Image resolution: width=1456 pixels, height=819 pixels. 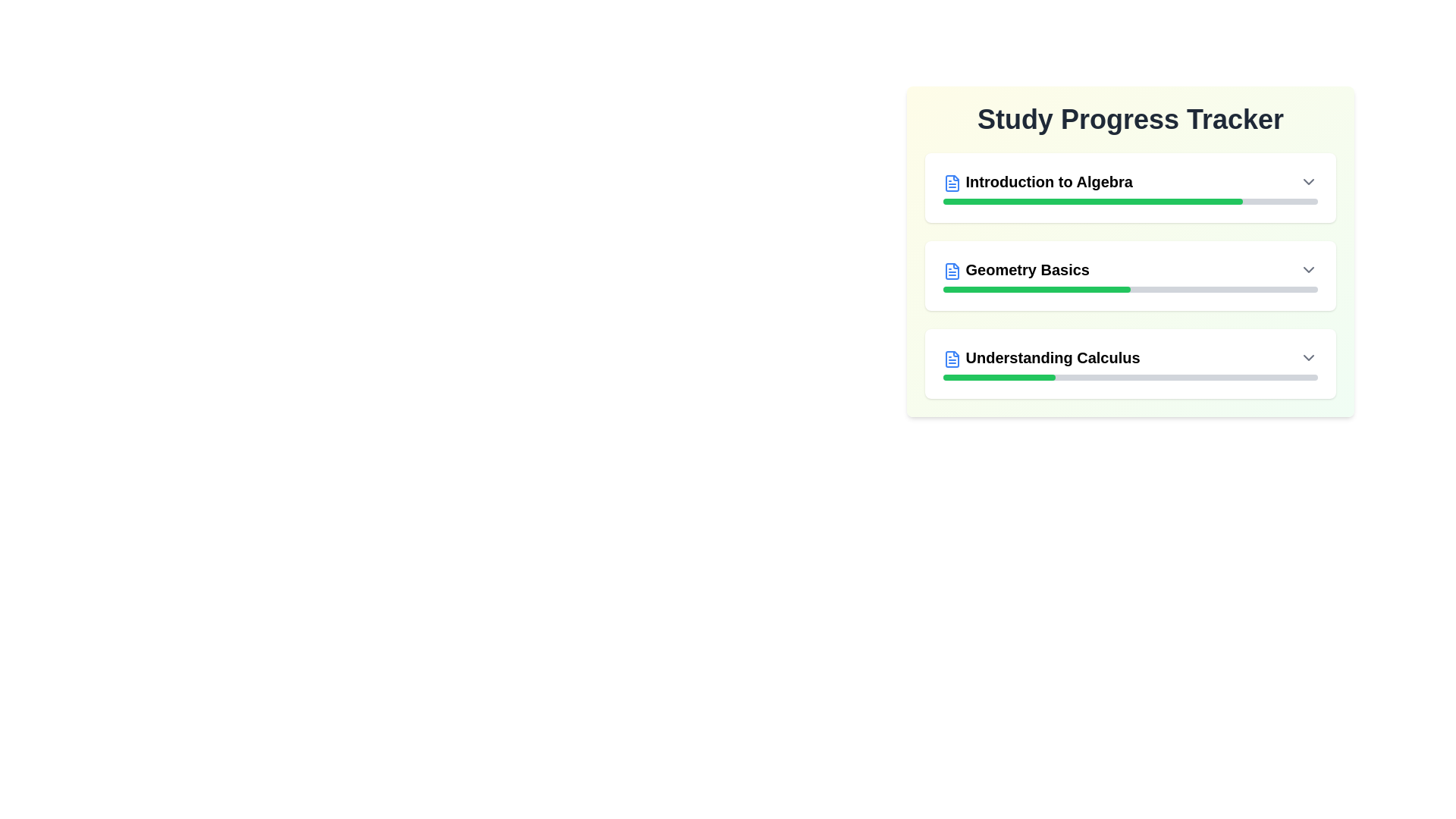 What do you see at coordinates (952, 270) in the screenshot?
I see `the graphical icon located to the left of the 'Geometry Basics' title in the 'Study Progress Tracker' section, specifically the second list item` at bounding box center [952, 270].